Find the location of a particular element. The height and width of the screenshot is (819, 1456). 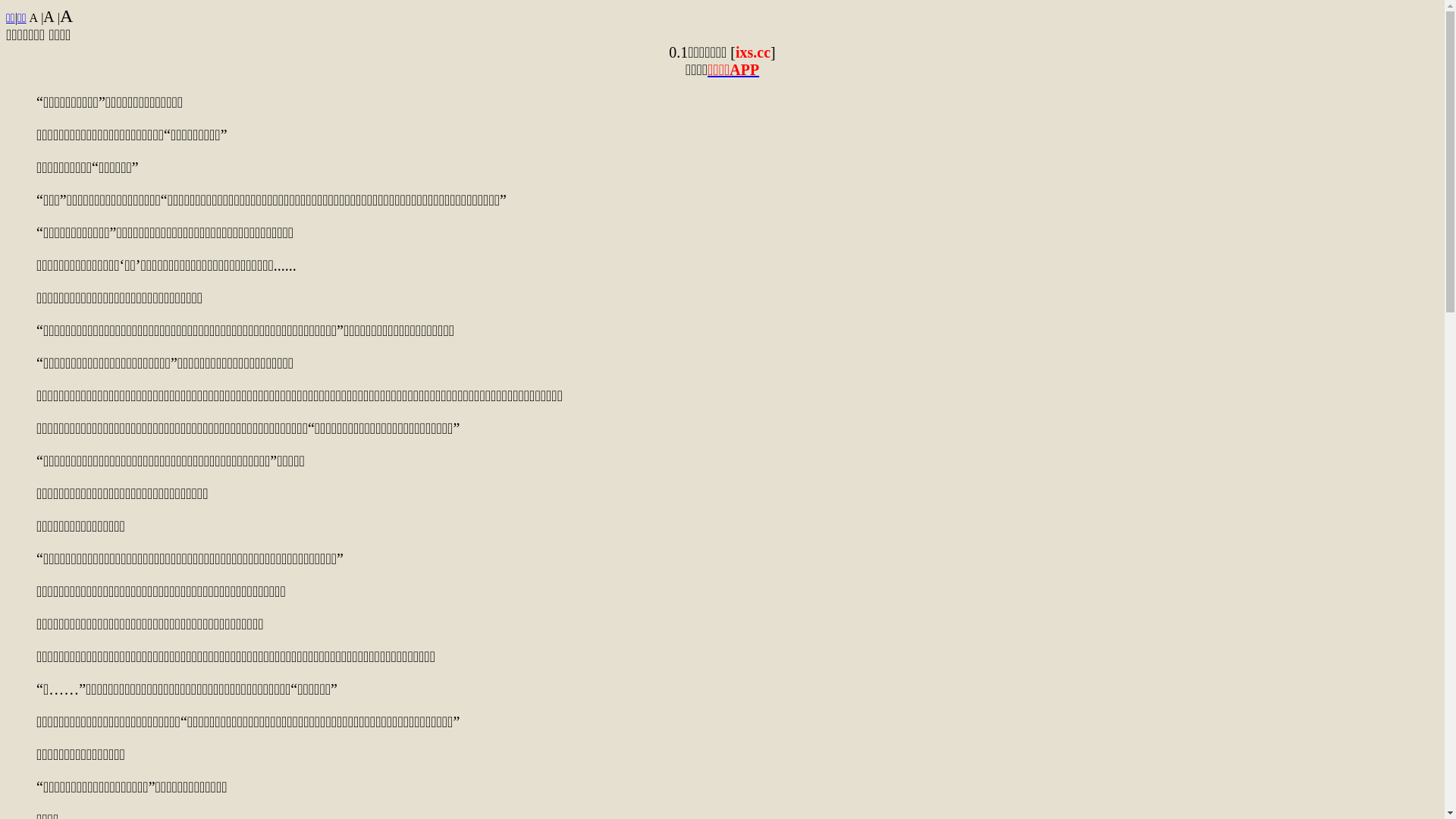

'A' is located at coordinates (29, 17).